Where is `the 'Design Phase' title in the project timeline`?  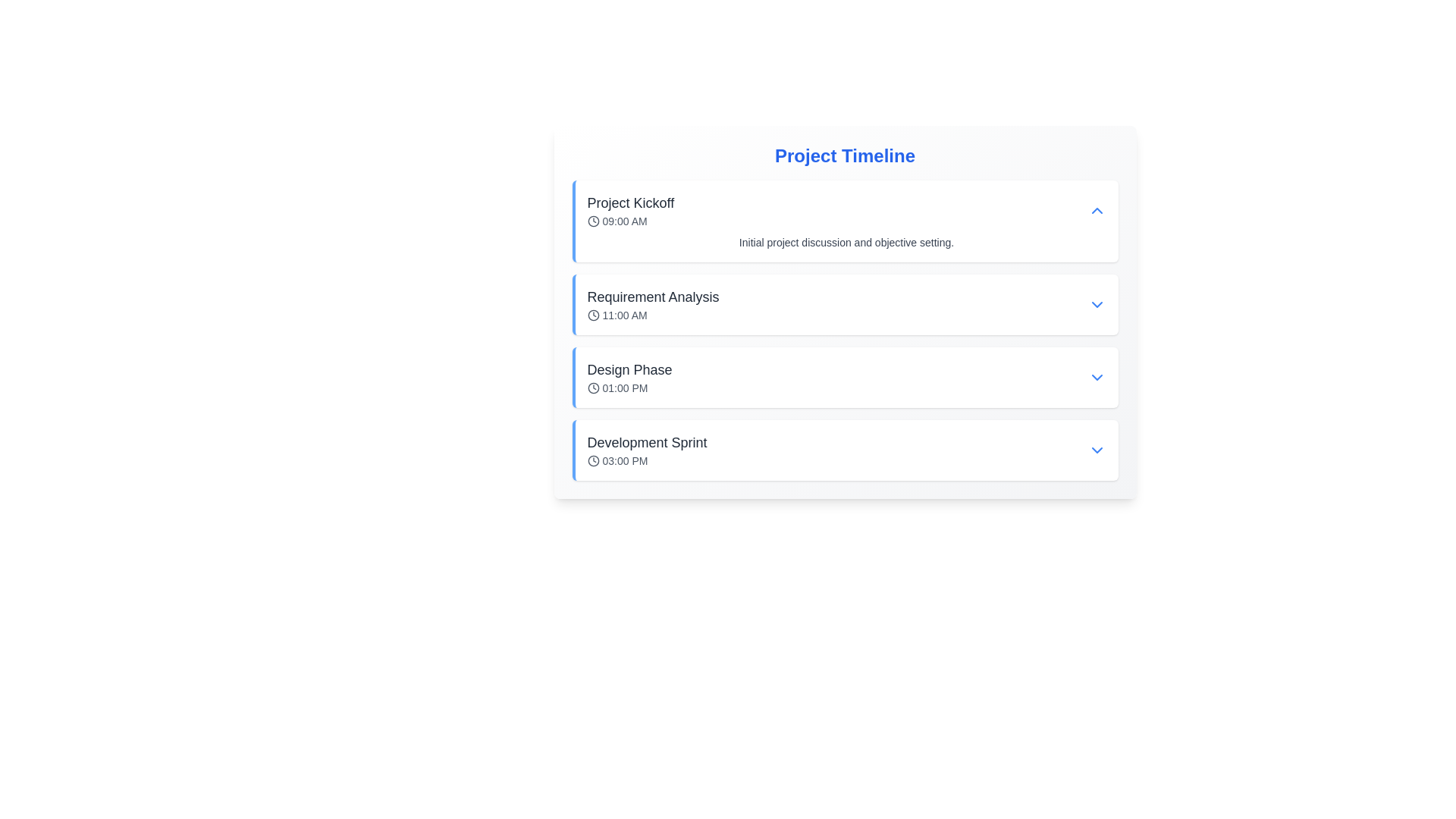
the 'Design Phase' title in the project timeline is located at coordinates (846, 376).